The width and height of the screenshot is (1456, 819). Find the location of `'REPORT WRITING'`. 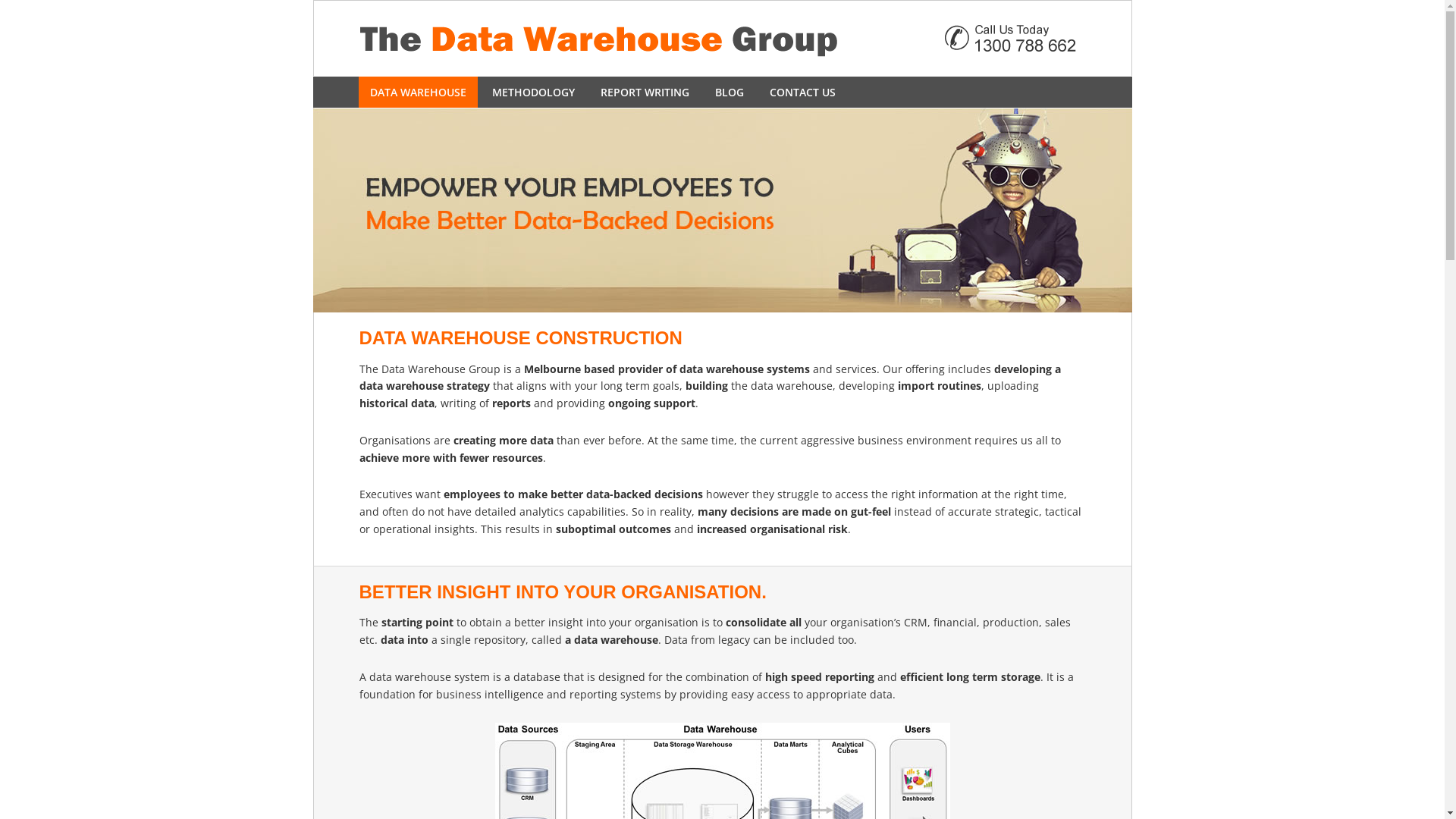

'REPORT WRITING' is located at coordinates (644, 92).